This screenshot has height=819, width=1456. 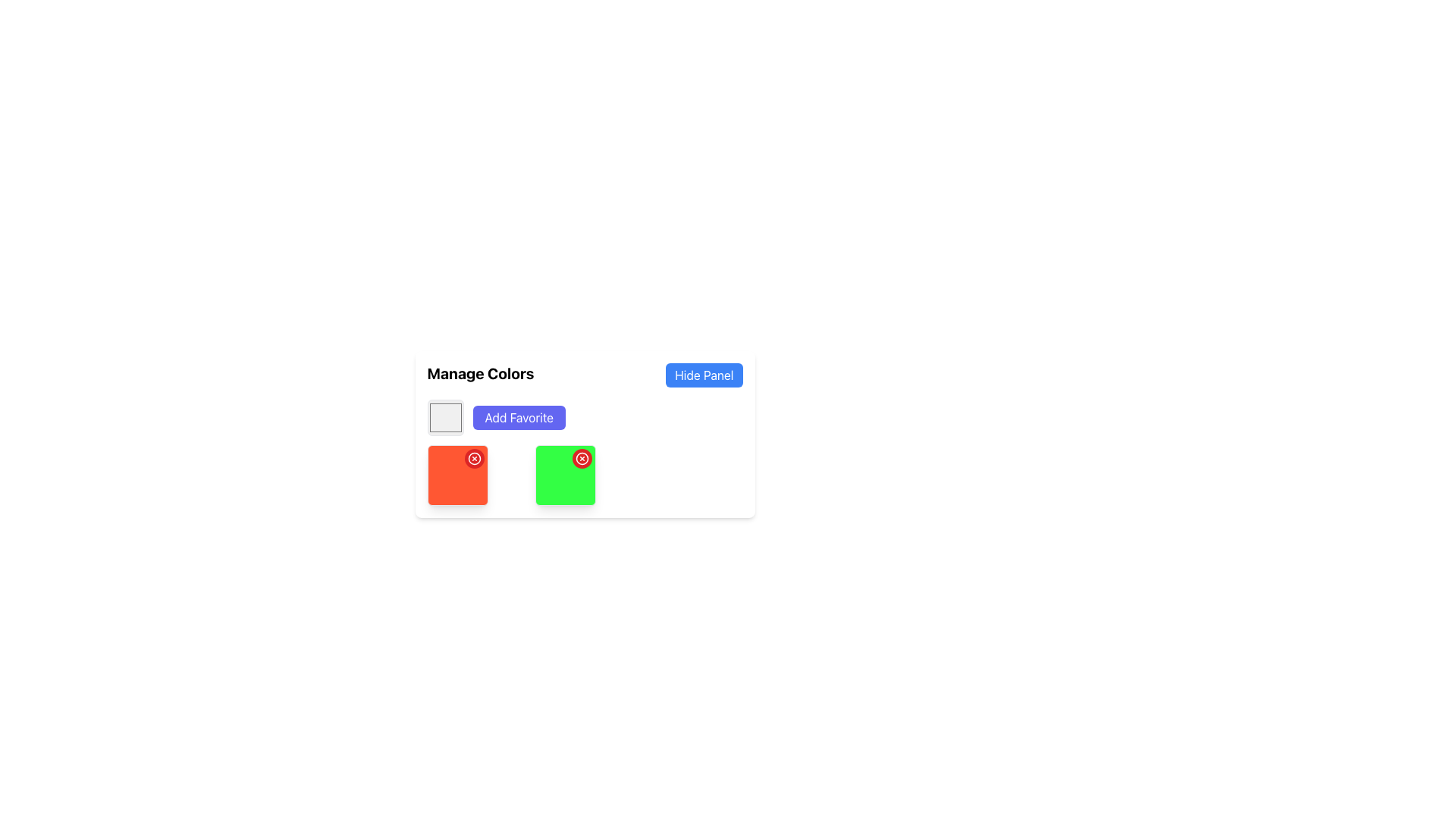 What do you see at coordinates (444, 418) in the screenshot?
I see `the color display or selector, which is a light gray square with rounded corners and a distinct border, located to the left of the 'Add Favorite' button in the color management section` at bounding box center [444, 418].